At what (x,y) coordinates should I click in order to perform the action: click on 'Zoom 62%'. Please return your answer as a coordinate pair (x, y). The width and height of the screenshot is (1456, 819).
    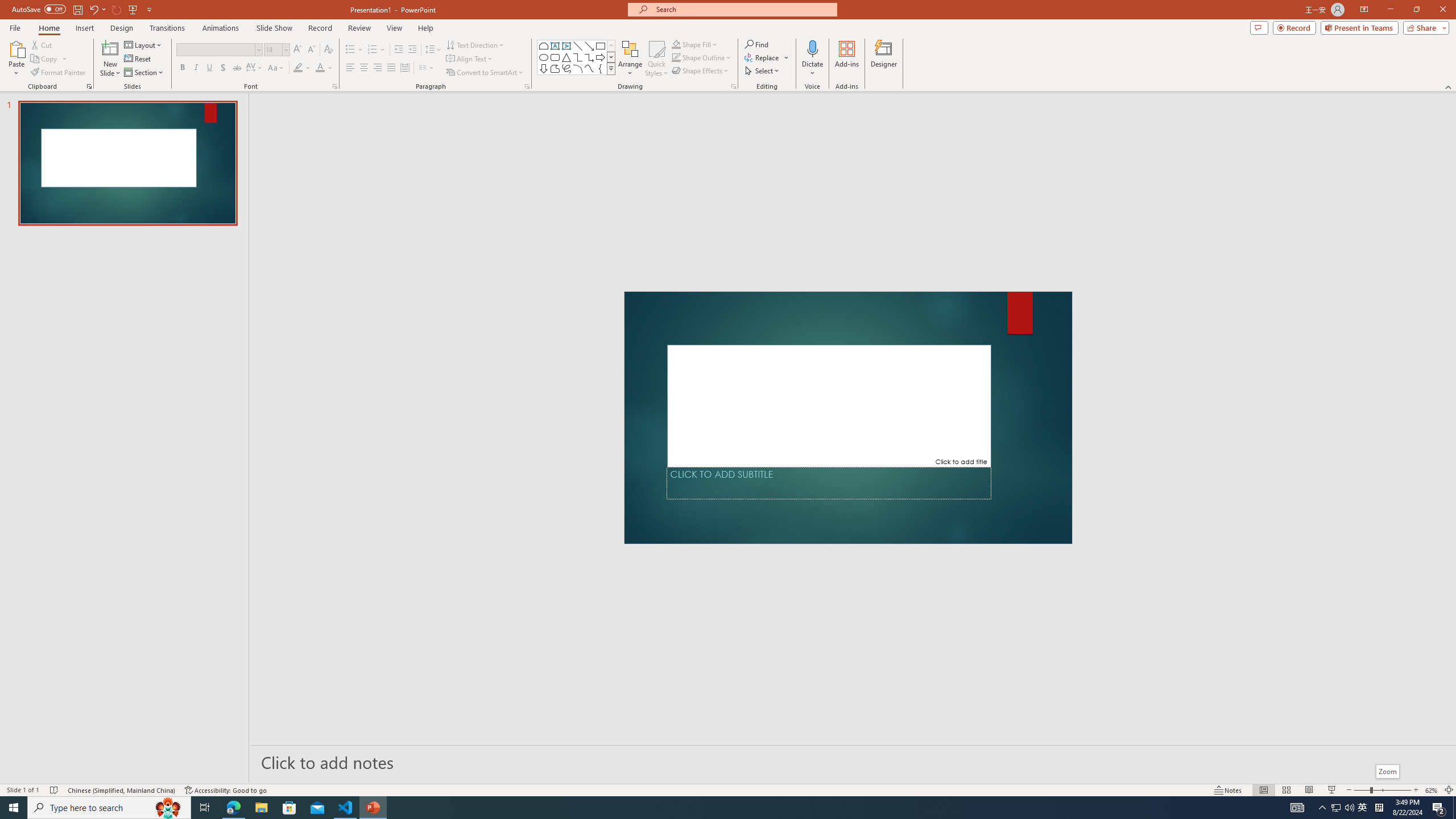
    Looking at the image, I should click on (1431, 790).